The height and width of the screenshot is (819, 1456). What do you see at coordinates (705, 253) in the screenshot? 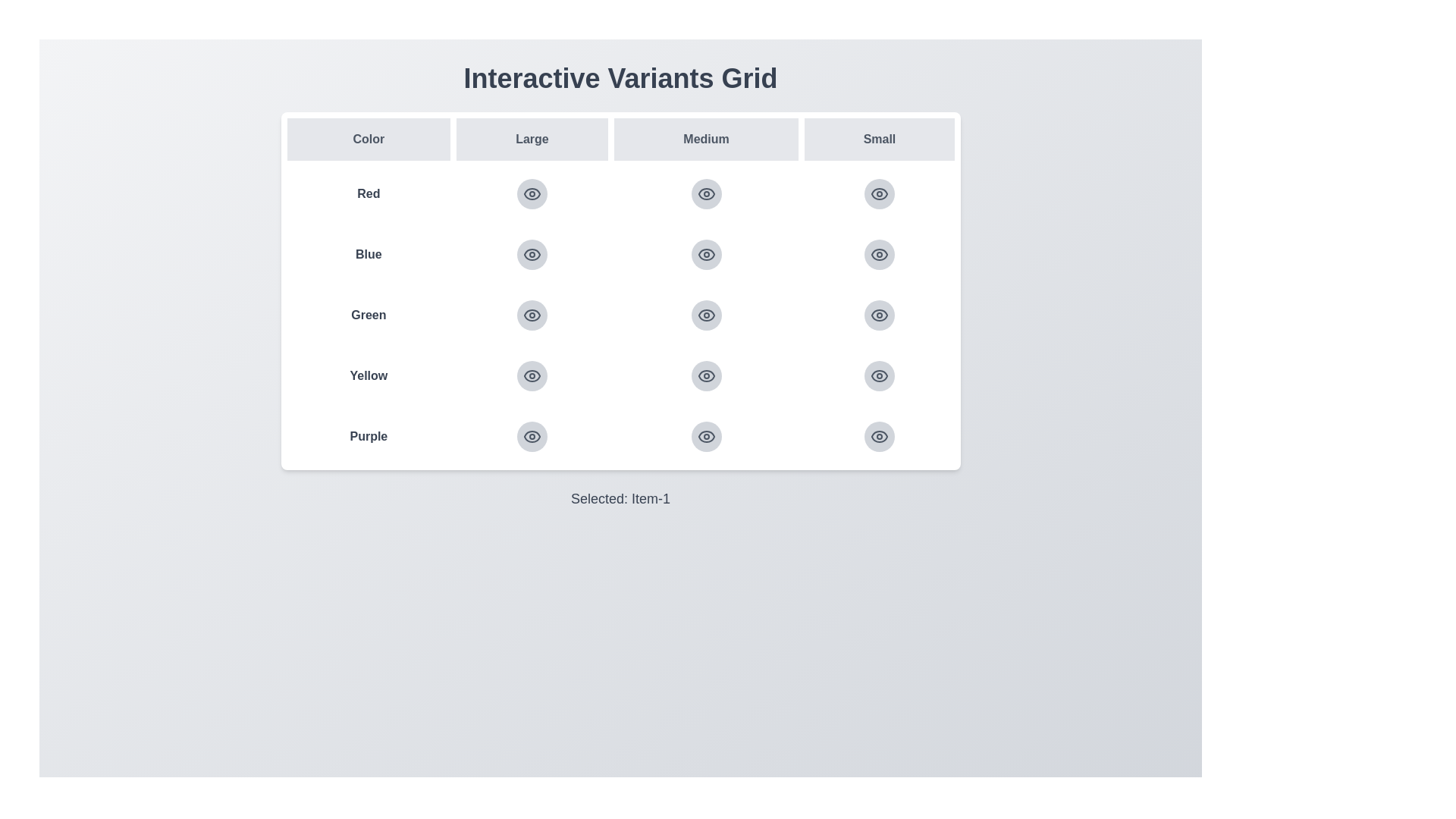
I see `the eye icon button in the 'Medium' column under the 'Blue' row` at bounding box center [705, 253].